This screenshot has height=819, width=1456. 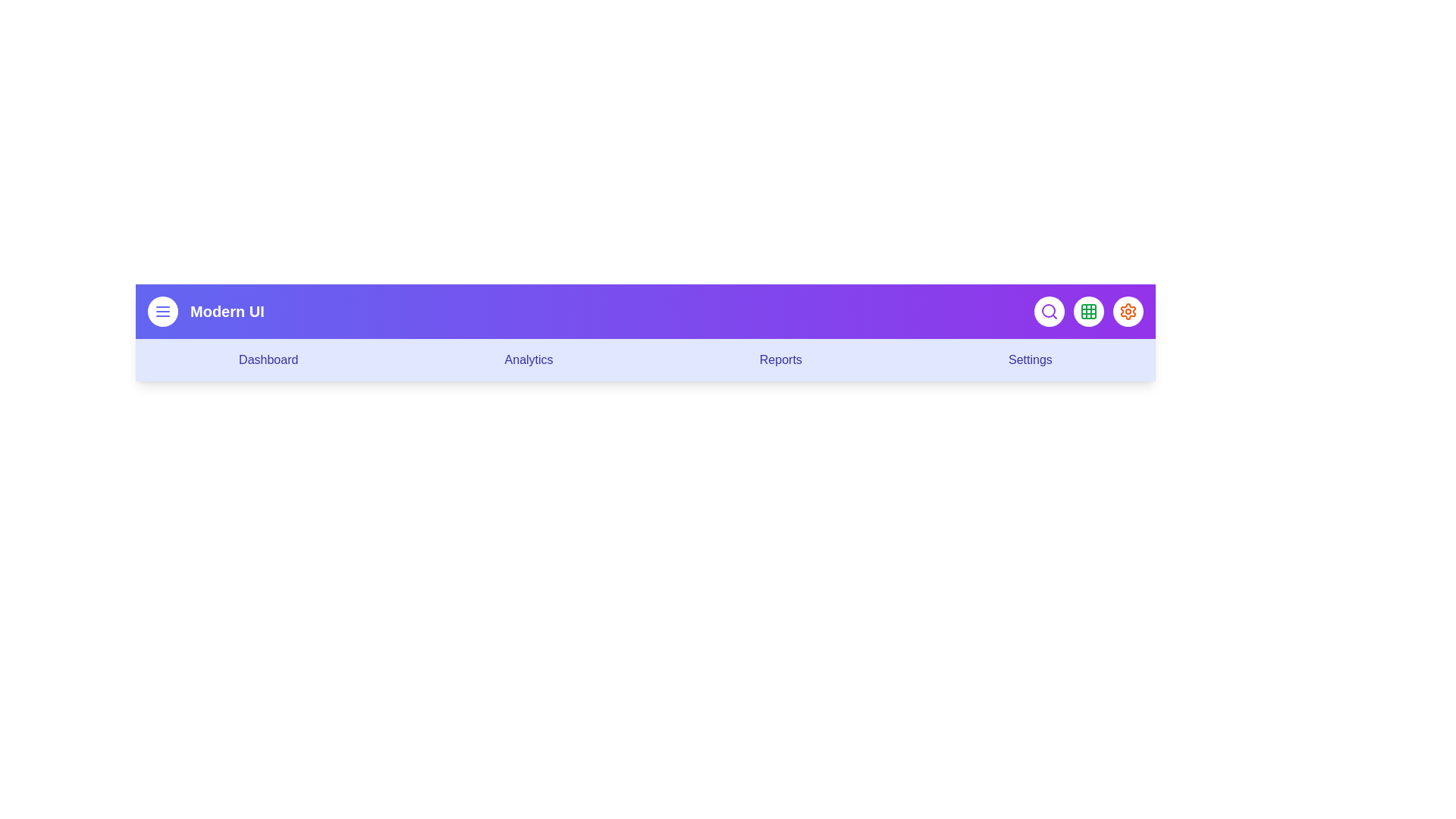 What do you see at coordinates (780, 359) in the screenshot?
I see `the menu item corresponding to Reports` at bounding box center [780, 359].